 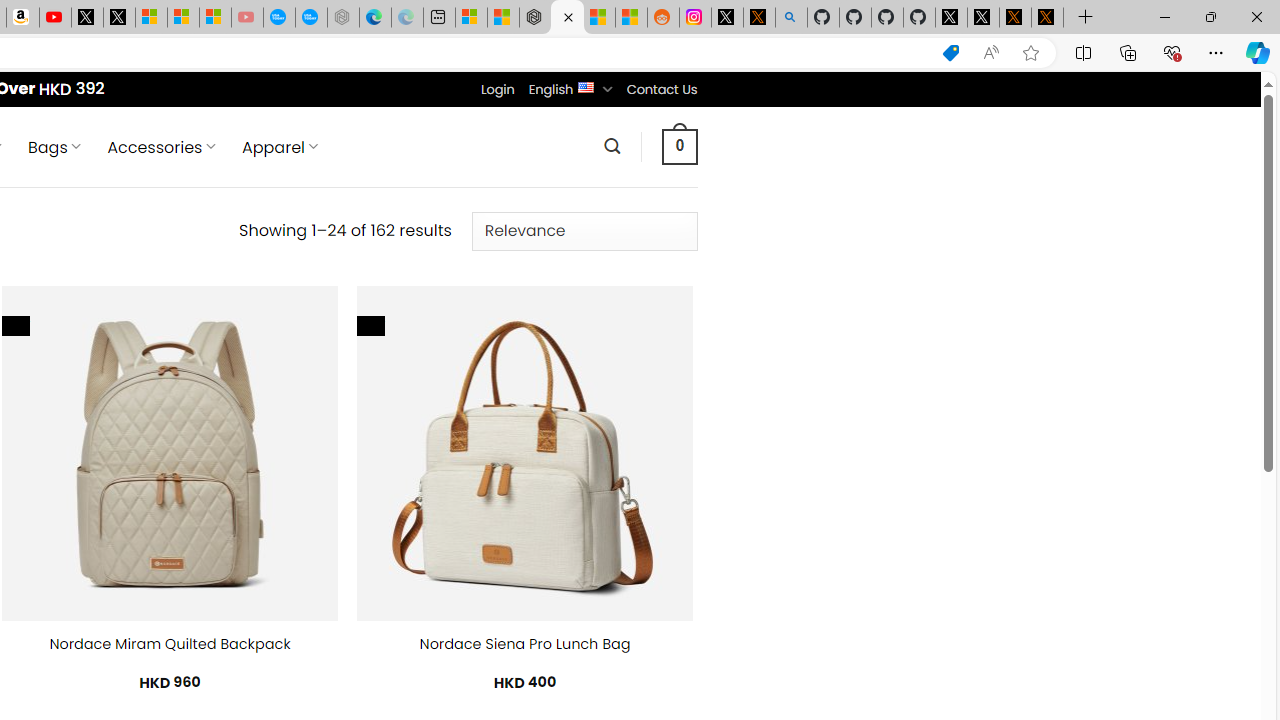 I want to click on 'Split screen', so click(x=1082, y=51).